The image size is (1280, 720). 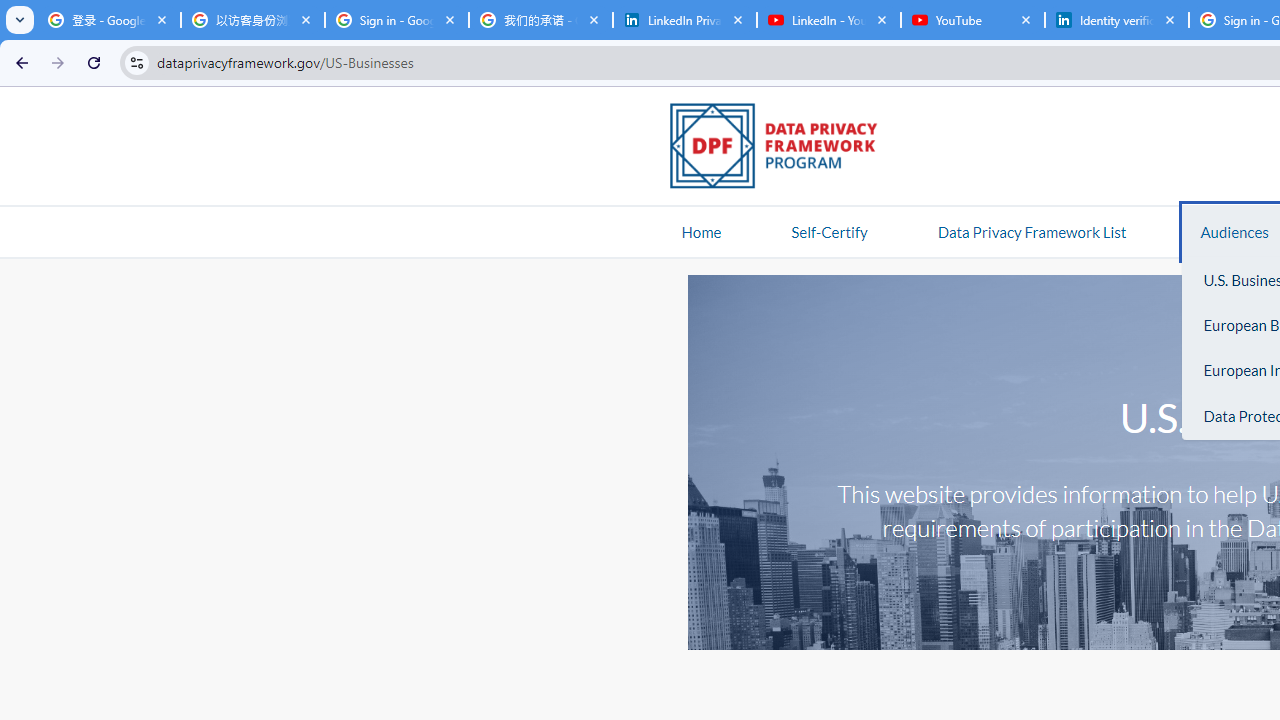 What do you see at coordinates (829, 230) in the screenshot?
I see `'Self-Certify'` at bounding box center [829, 230].